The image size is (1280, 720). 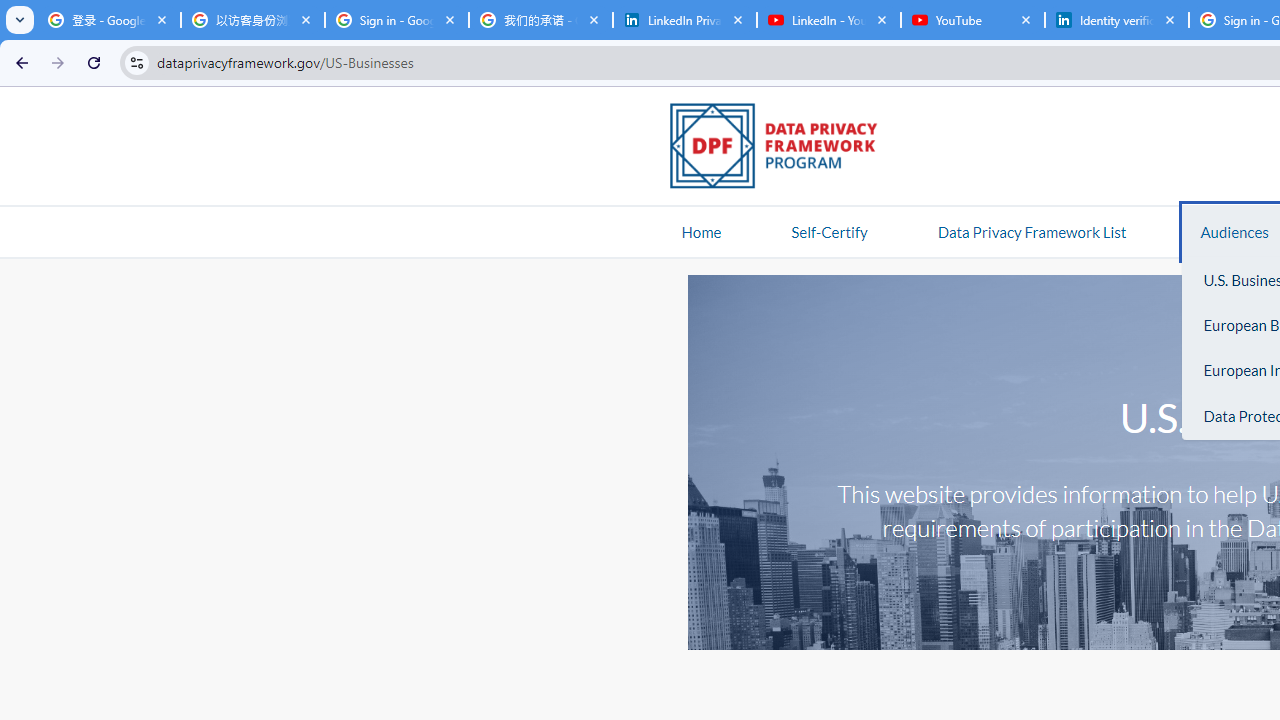 What do you see at coordinates (829, 230) in the screenshot?
I see `'Self-Certify'` at bounding box center [829, 230].